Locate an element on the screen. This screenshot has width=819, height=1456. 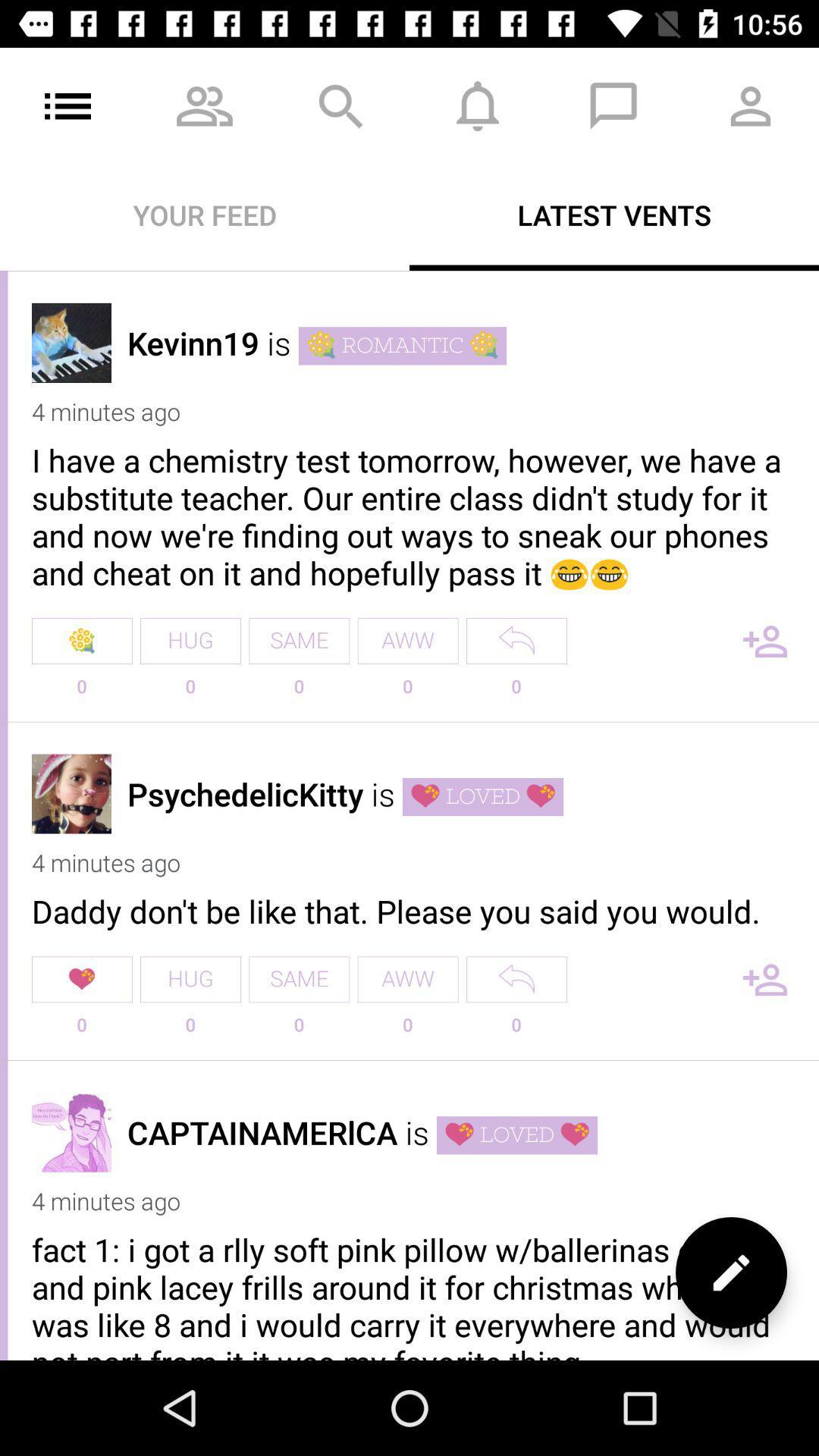
user 's account is located at coordinates (71, 792).